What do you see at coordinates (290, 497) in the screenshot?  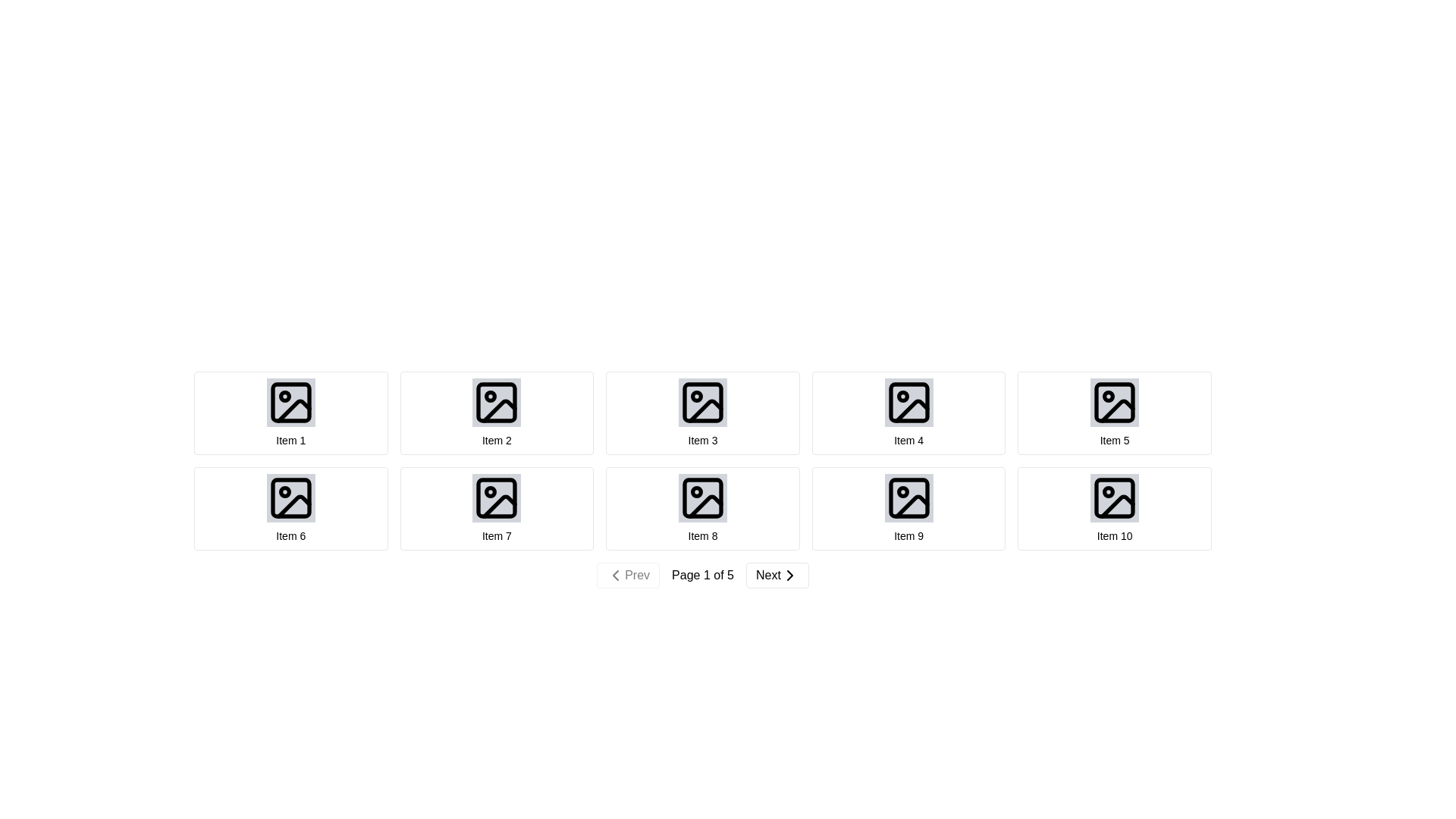 I see `the icon resembling a picture frame with a circular and polygonal shape inside it, located in the 'Item 6' cell of the grid layout` at bounding box center [290, 497].